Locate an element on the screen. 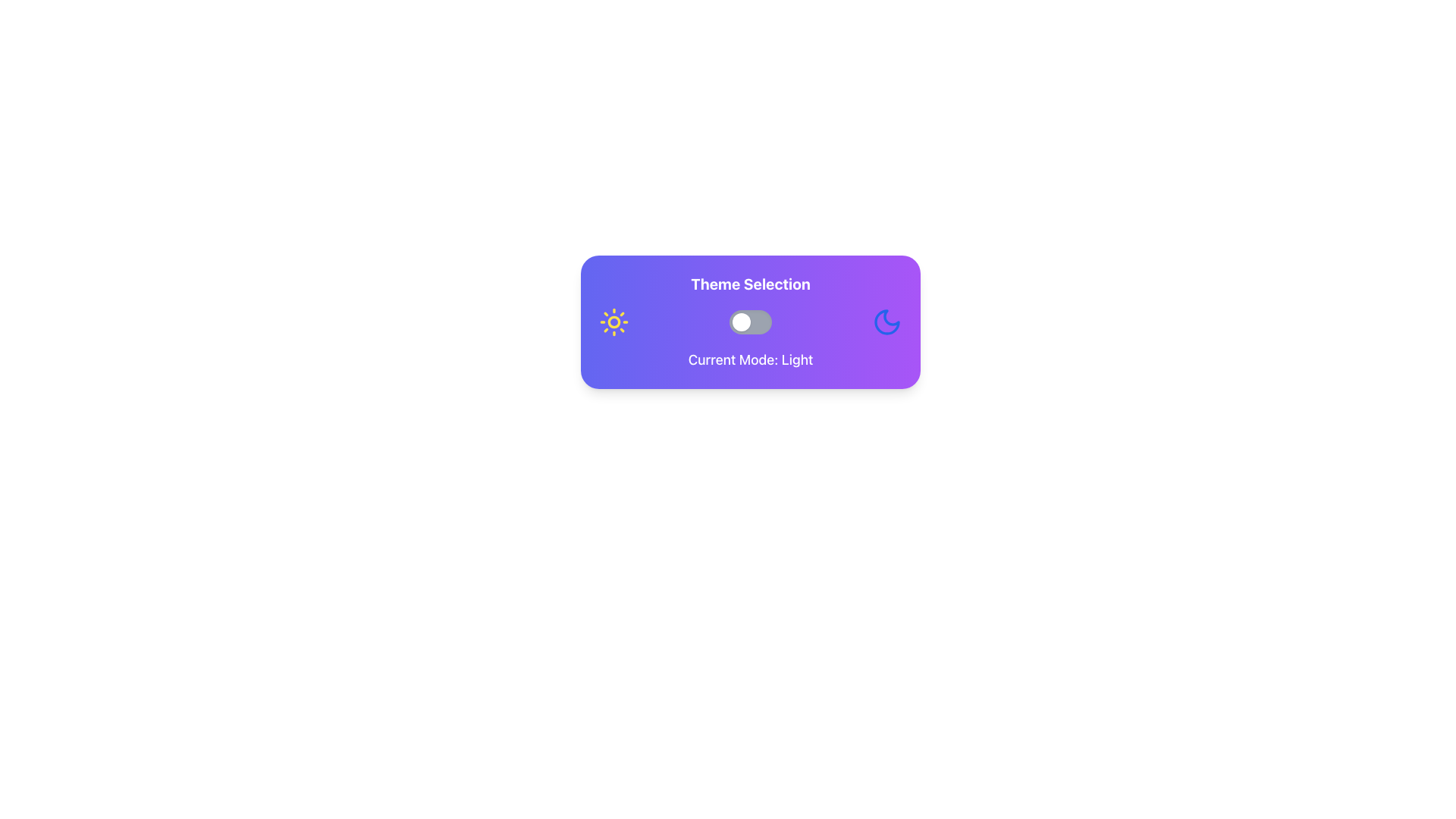 This screenshot has height=819, width=1456. the Interactive card with toggle switch that displays 'Theme Selection' at the top and indicates 'Light' mode in the middle is located at coordinates (750, 321).